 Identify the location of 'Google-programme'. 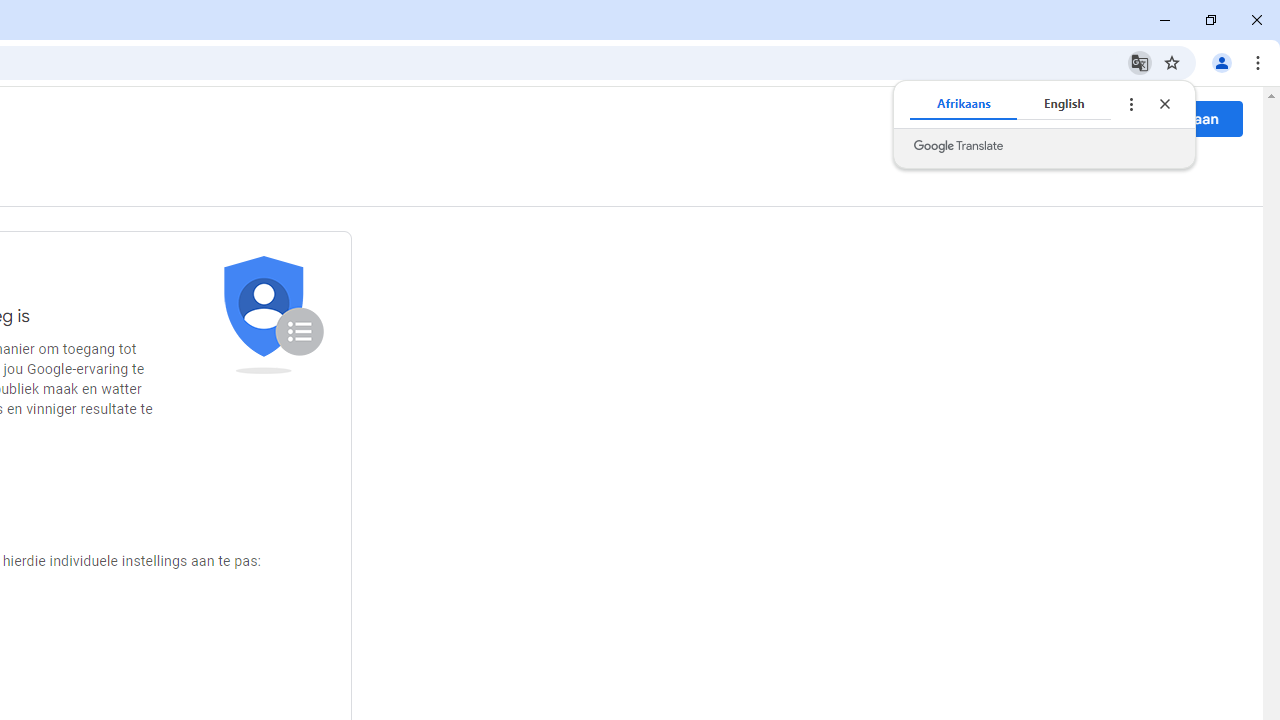
(1099, 119).